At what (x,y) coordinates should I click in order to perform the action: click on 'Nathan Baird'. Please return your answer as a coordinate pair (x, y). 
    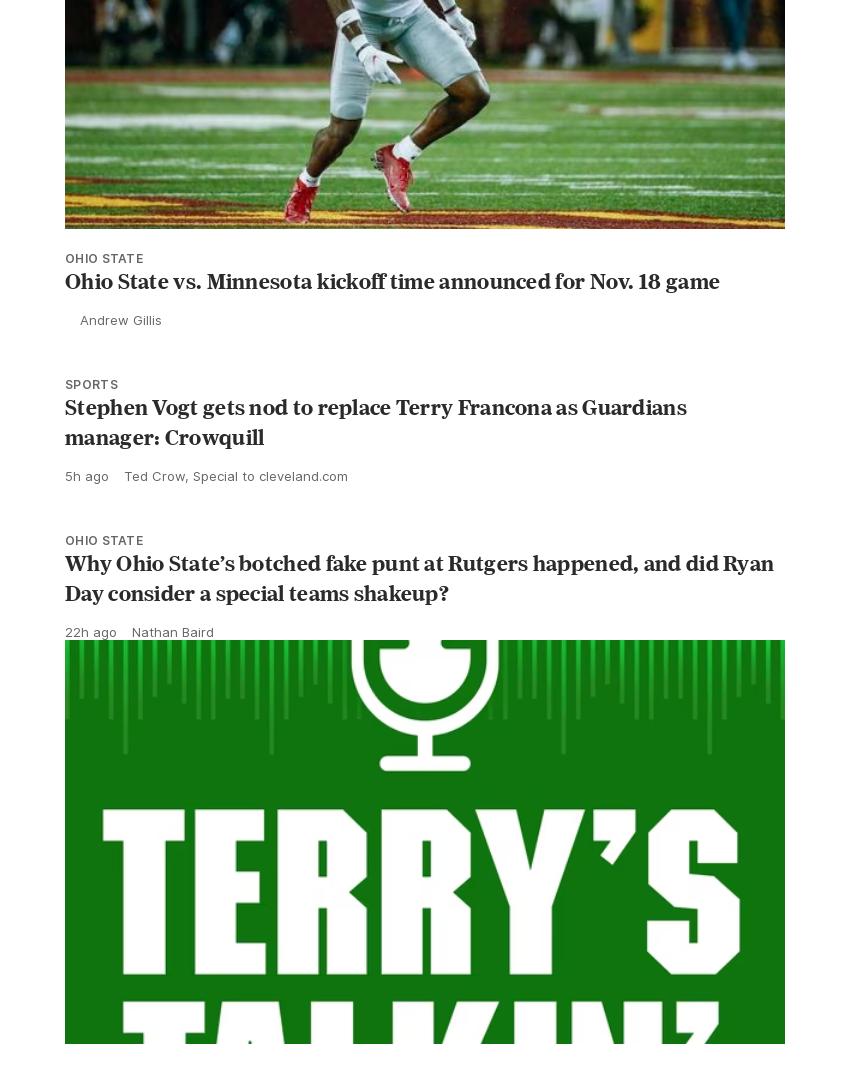
    Looking at the image, I should click on (171, 675).